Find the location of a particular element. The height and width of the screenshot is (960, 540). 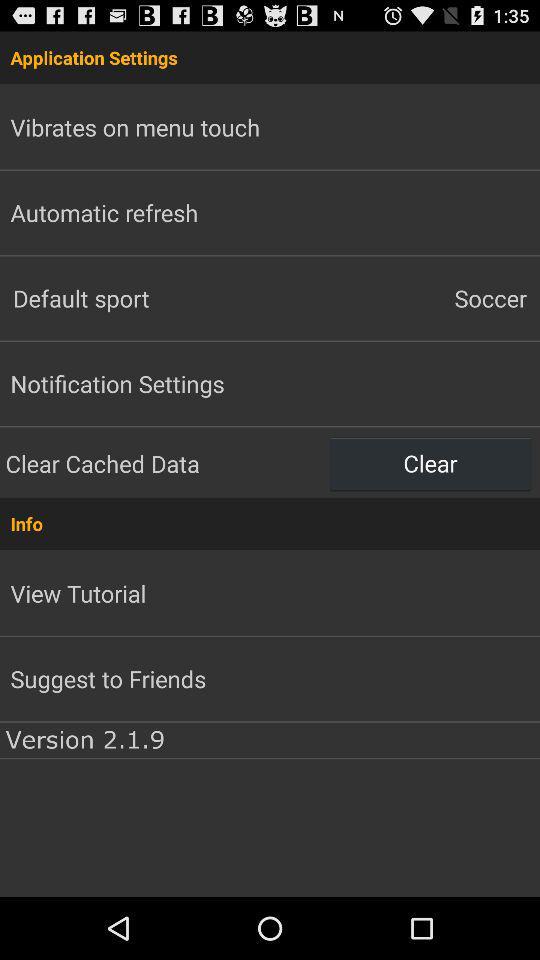

the icon to the left of clear button is located at coordinates (164, 463).